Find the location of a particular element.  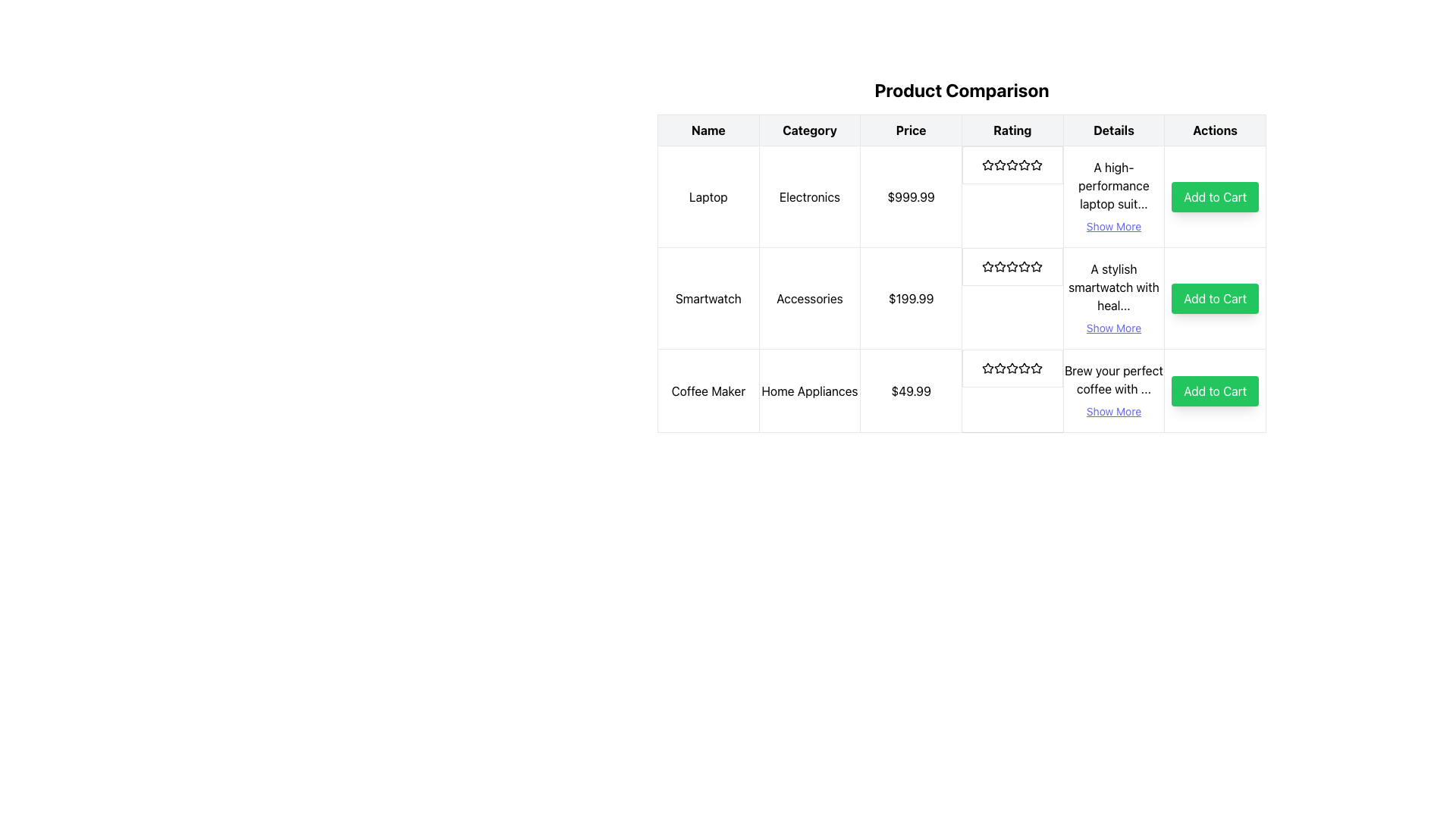

the third star icon in the rating column of the 'Smartwatch' product row to rate the product is located at coordinates (1036, 265).